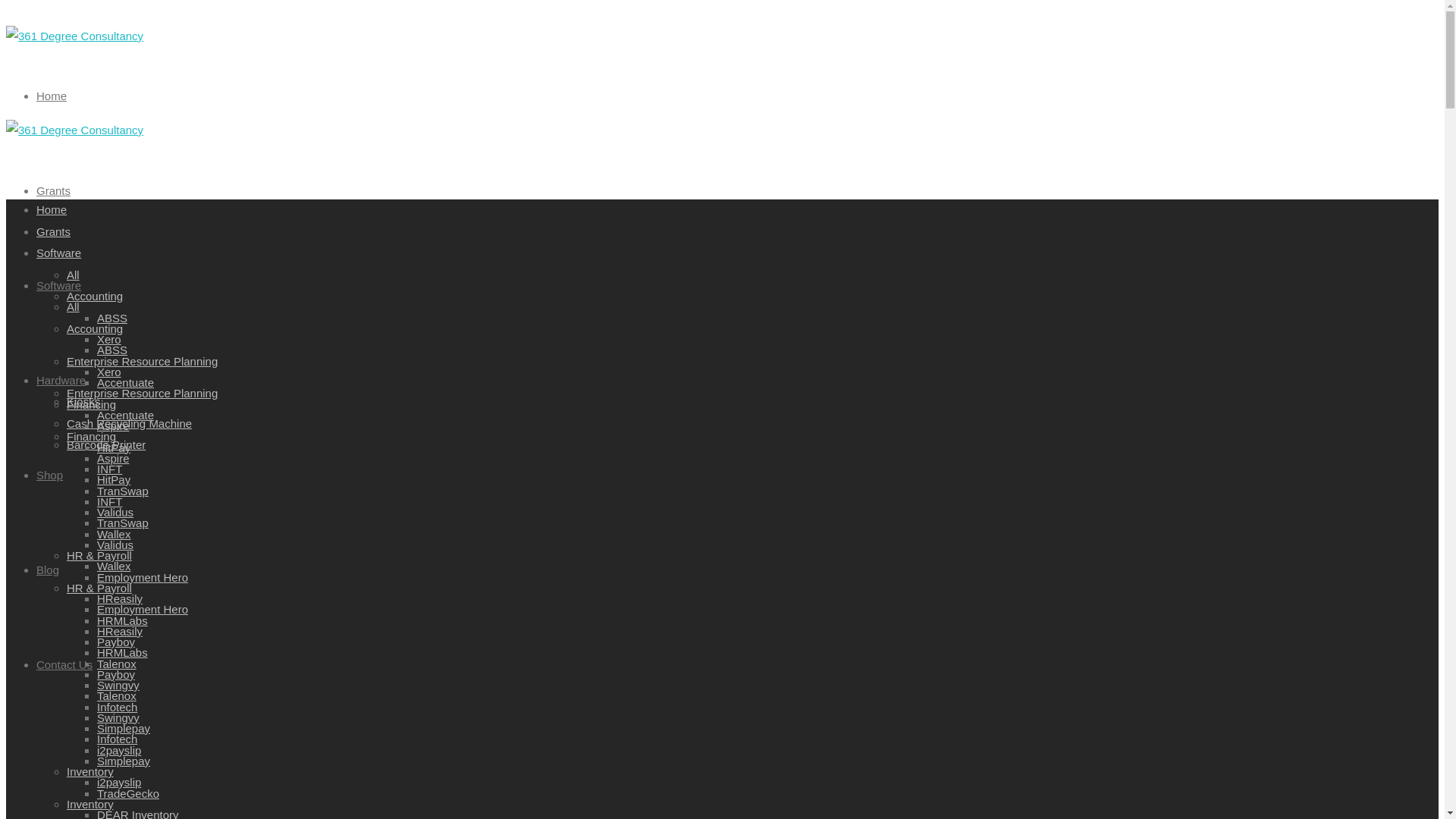 The width and height of the screenshot is (1456, 819). I want to click on 'Financing', so click(90, 403).